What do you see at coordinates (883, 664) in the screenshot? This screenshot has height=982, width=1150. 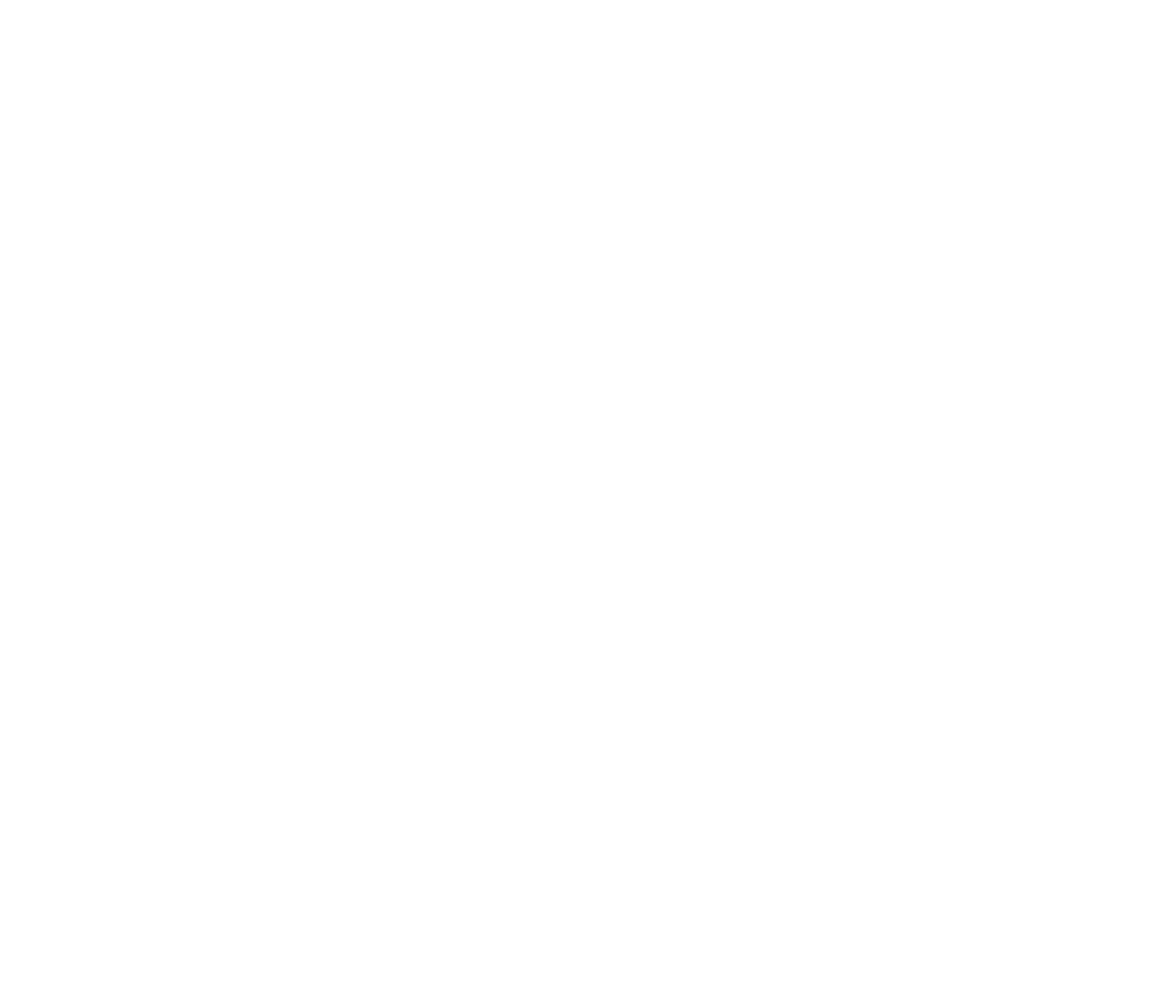 I see `'MTPLM 4500 kg'` at bounding box center [883, 664].